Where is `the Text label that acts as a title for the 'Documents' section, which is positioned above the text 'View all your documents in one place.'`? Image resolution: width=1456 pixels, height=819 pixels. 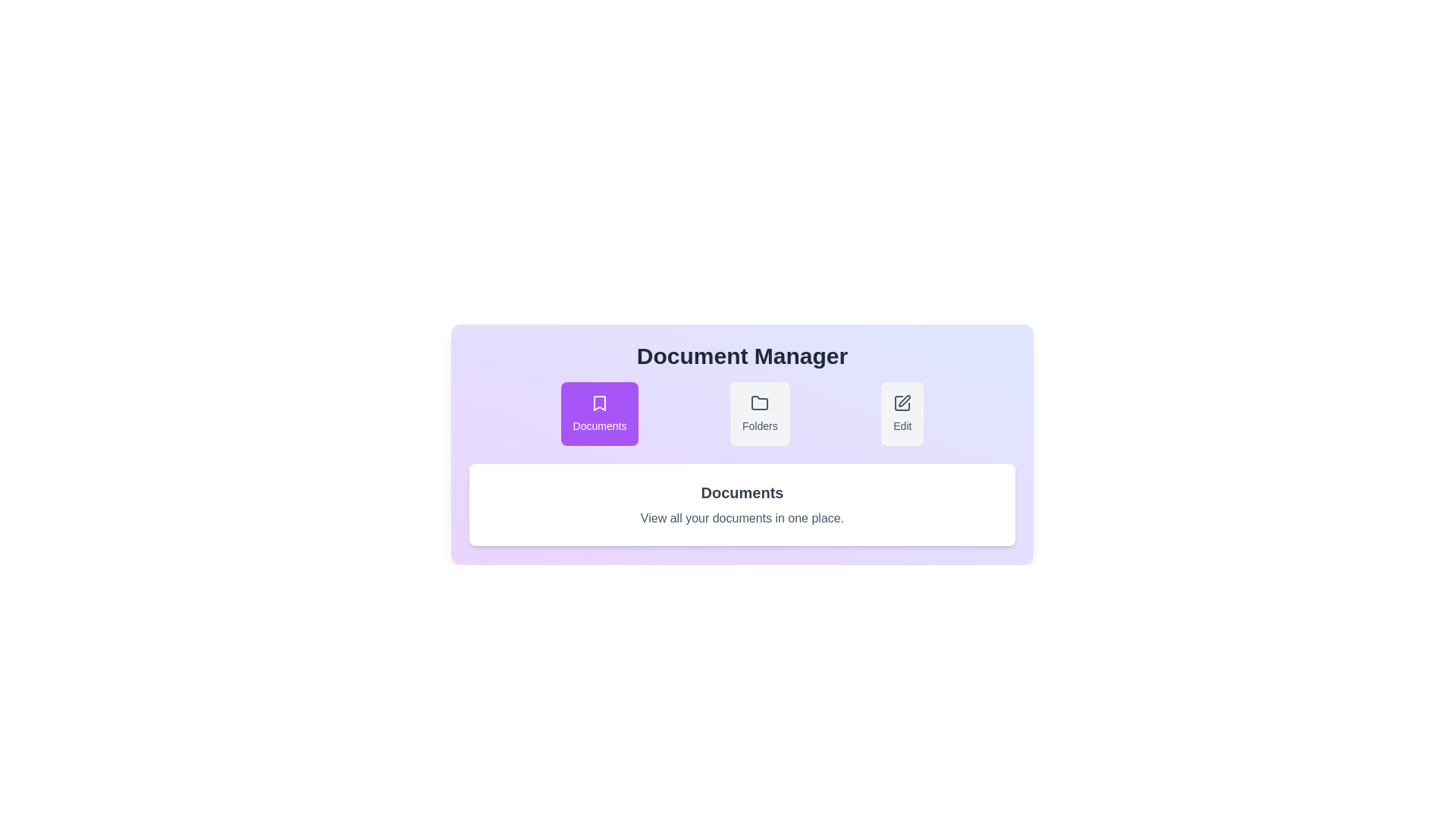 the Text label that acts as a title for the 'Documents' section, which is positioned above the text 'View all your documents in one place.' is located at coordinates (742, 493).